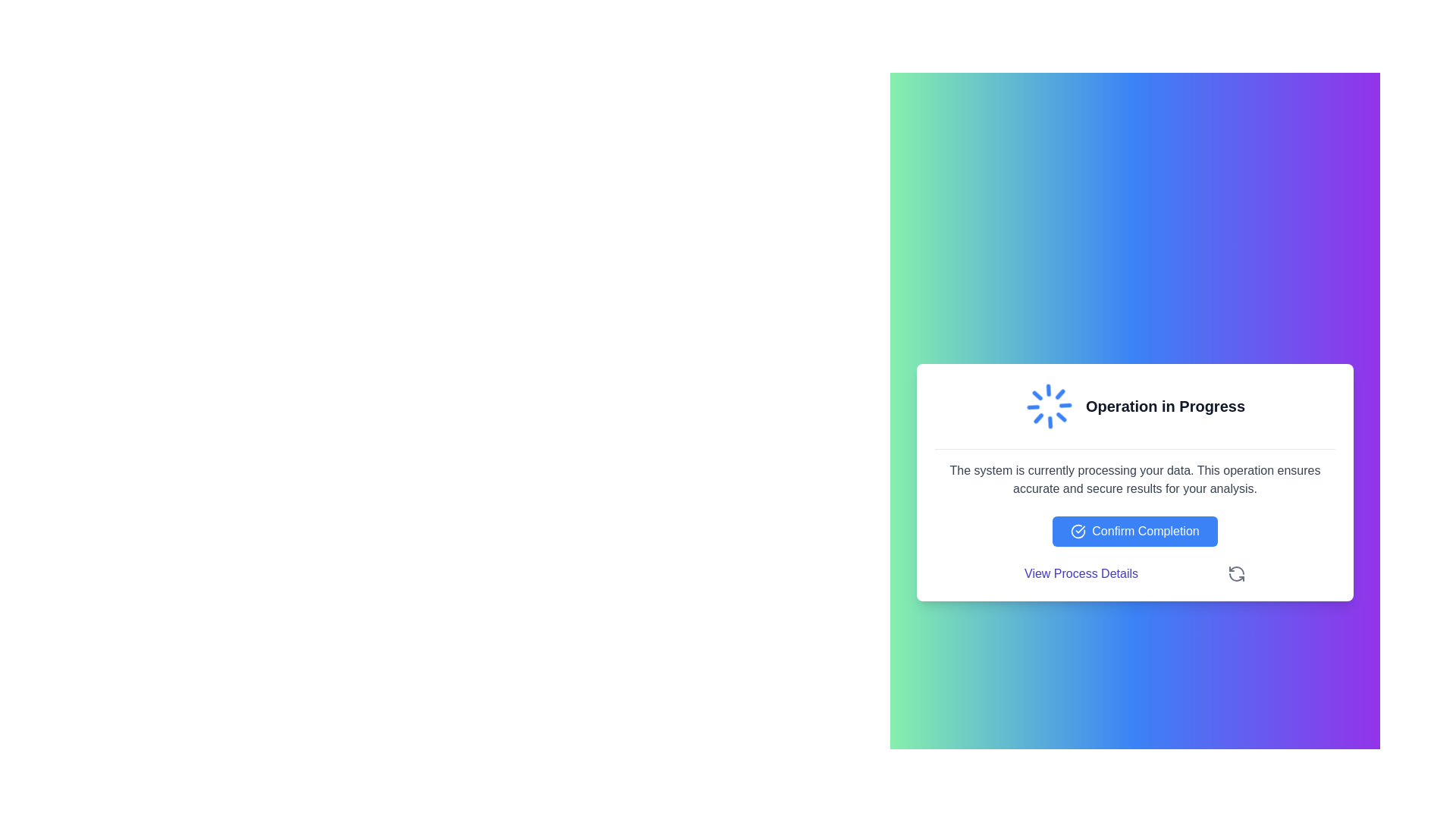  Describe the element at coordinates (1078, 530) in the screenshot. I see `the affirmative purpose icon within the blue 'Confirm Completion' button, which is positioned to the immediate left of the text label` at that location.